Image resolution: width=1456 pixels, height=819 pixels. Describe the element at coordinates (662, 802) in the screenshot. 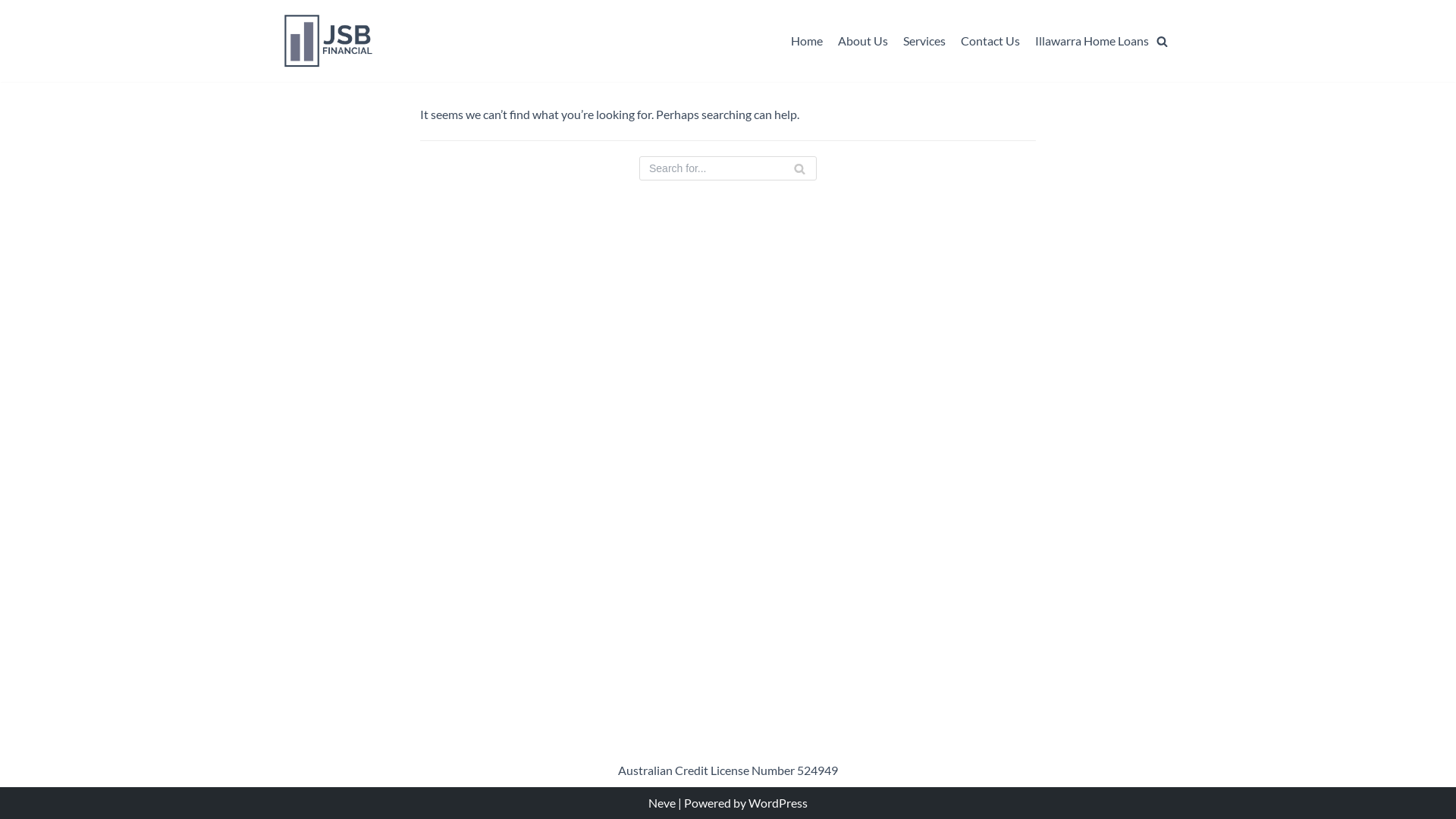

I see `'Neve'` at that location.